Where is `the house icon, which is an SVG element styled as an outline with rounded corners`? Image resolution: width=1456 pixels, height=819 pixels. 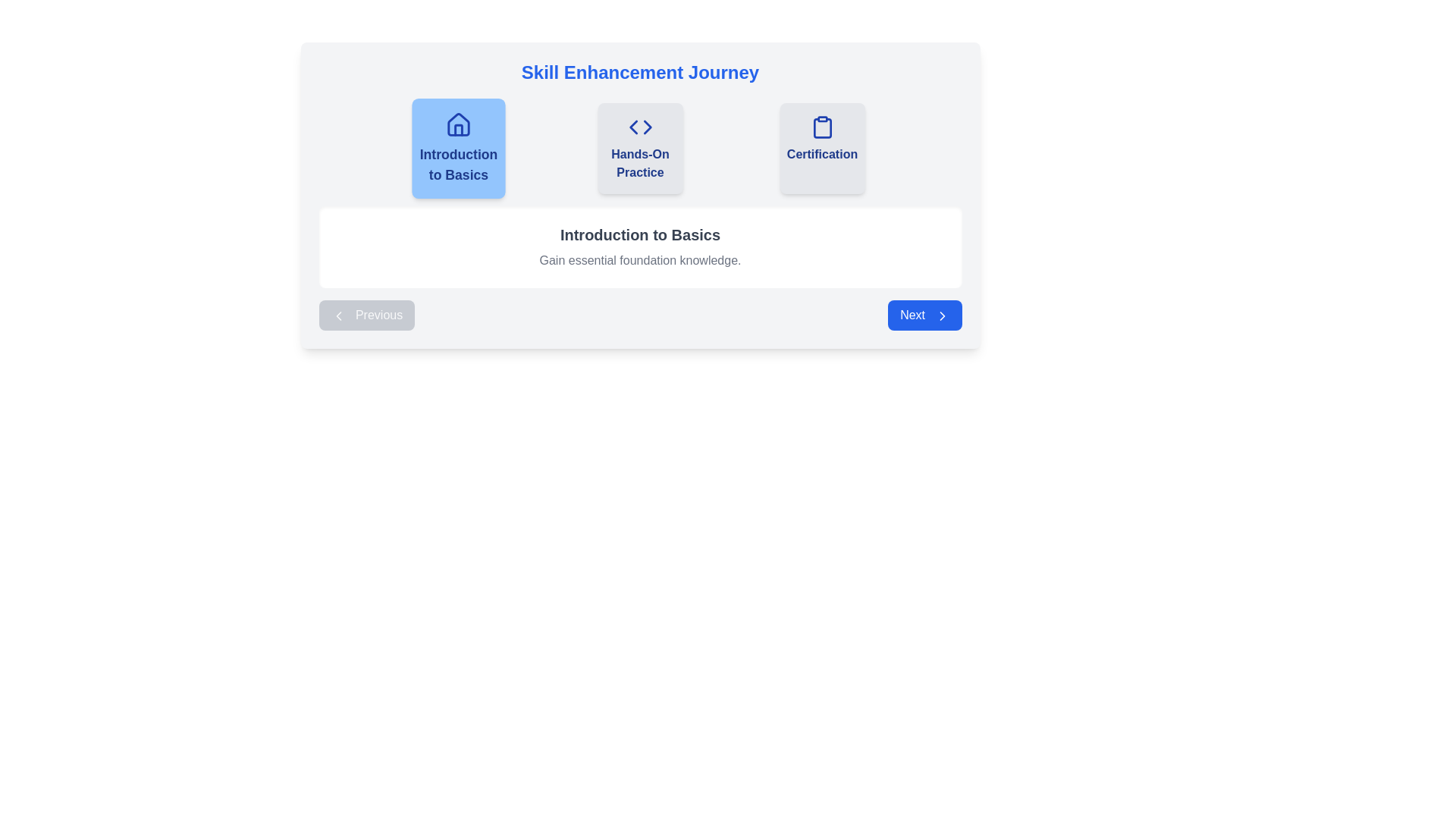 the house icon, which is an SVG element styled as an outline with rounded corners is located at coordinates (457, 124).